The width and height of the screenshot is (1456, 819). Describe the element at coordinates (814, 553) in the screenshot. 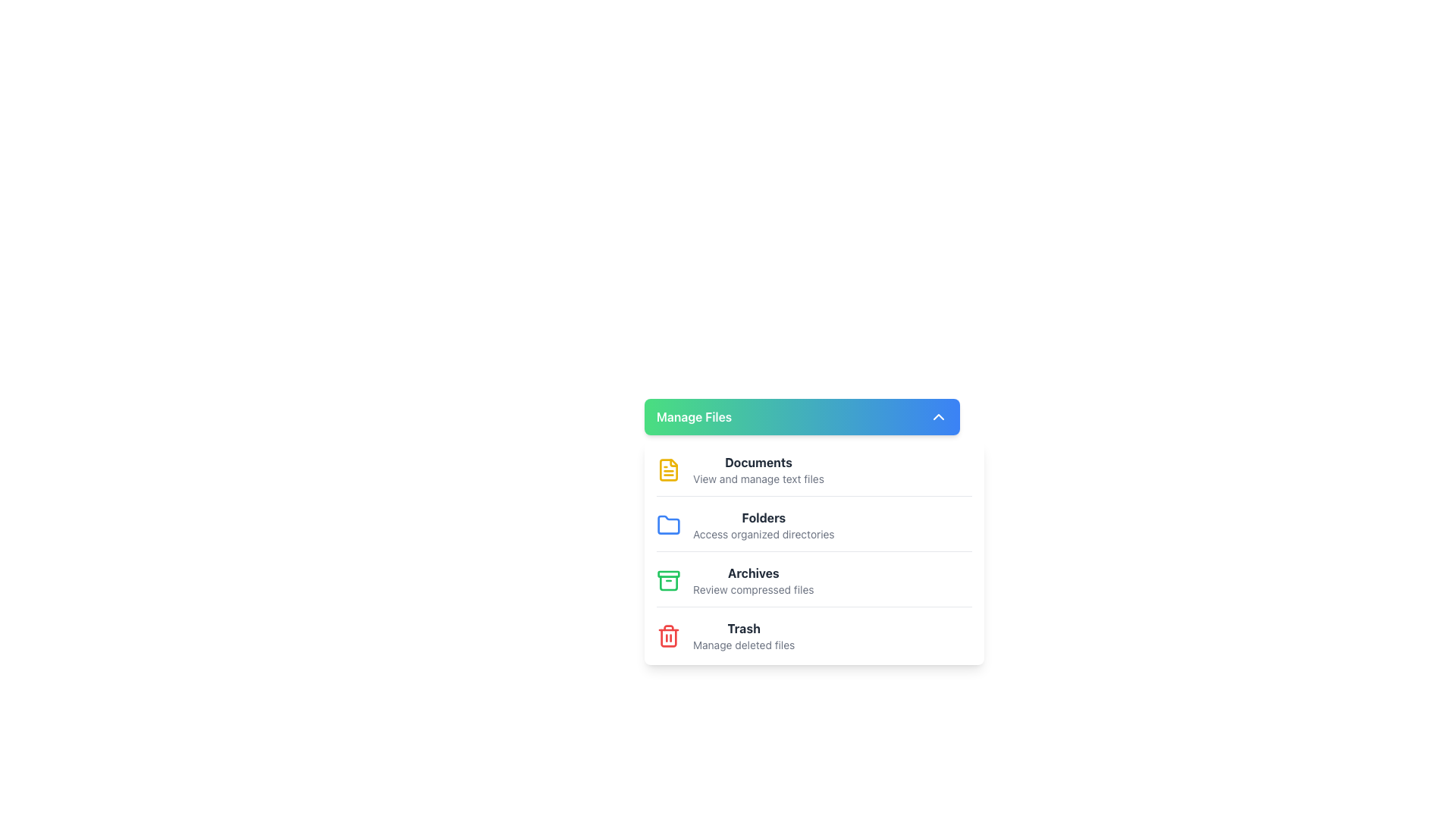

I see `an item from the dropdown menu content displayed under the 'Manage Files' button by clicking on it` at that location.